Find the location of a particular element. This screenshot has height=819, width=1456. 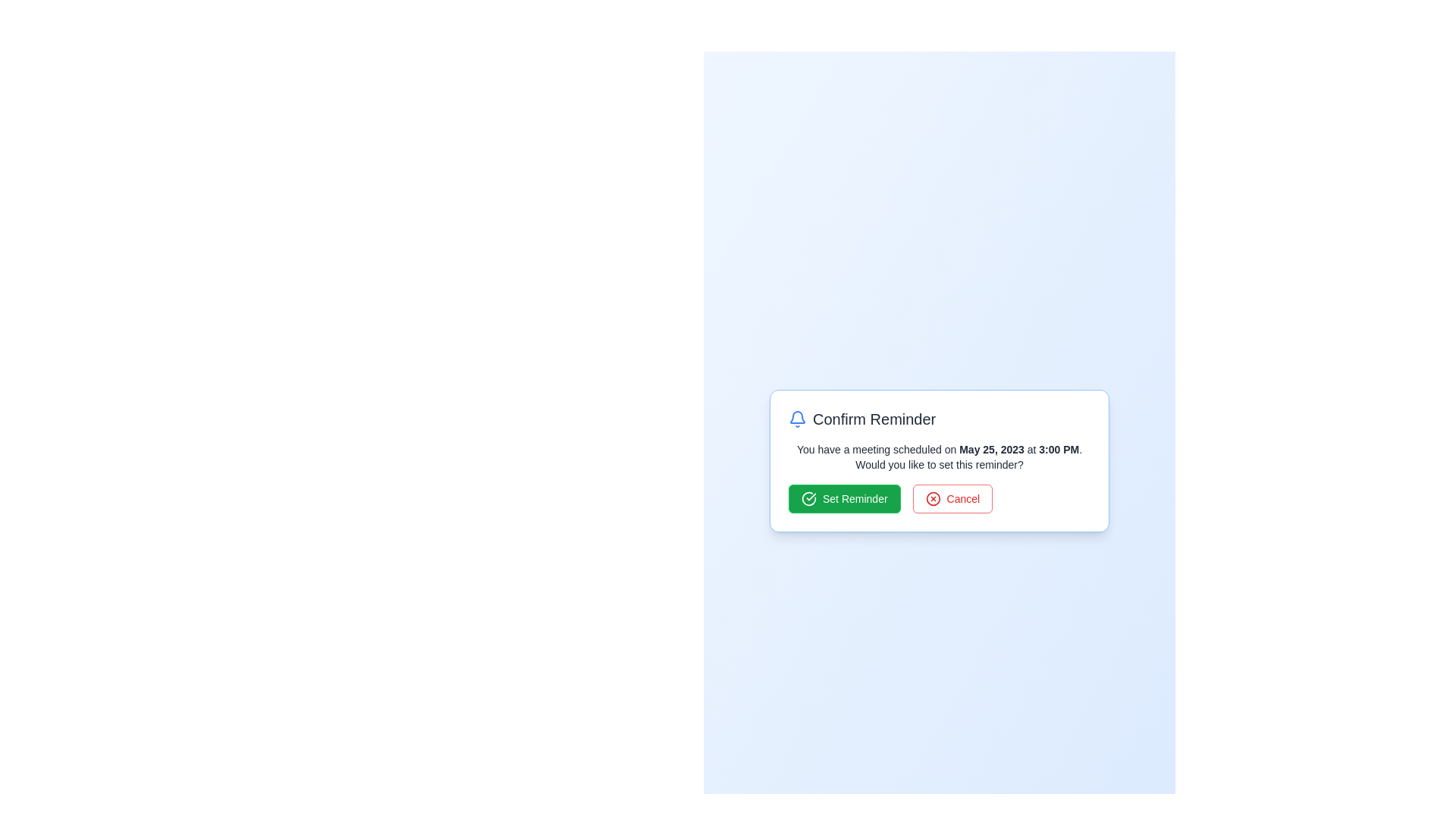

the small red circular icon with an 'X' symbol, which is located to the left of the 'Cancel' button at the bottom-right of the confirmation dialog box is located at coordinates (932, 499).